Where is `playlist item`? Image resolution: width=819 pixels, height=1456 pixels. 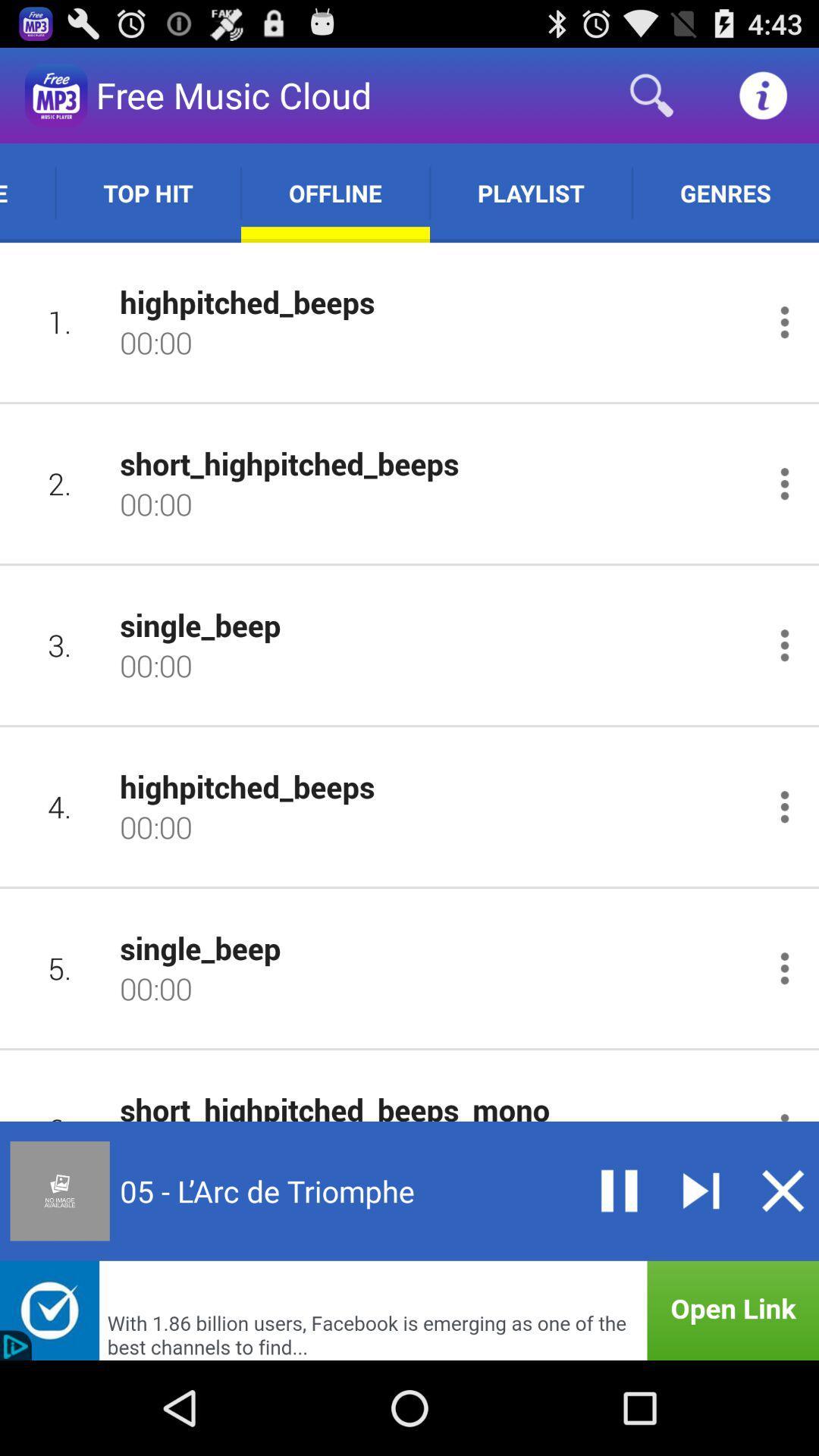
playlist item is located at coordinates (530, 192).